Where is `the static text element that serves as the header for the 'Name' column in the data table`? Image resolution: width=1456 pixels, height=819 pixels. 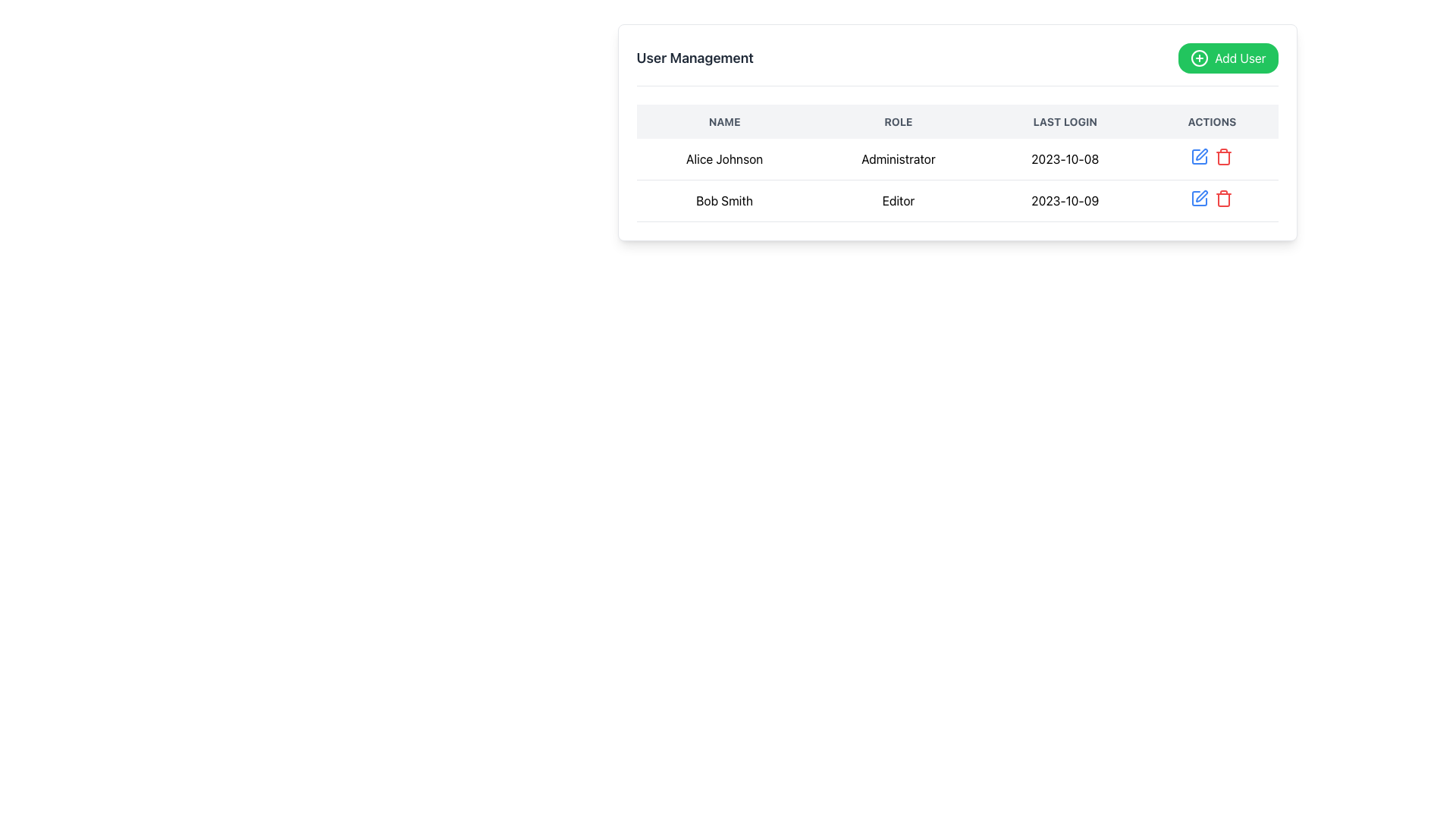 the static text element that serves as the header for the 'Name' column in the data table is located at coordinates (723, 121).